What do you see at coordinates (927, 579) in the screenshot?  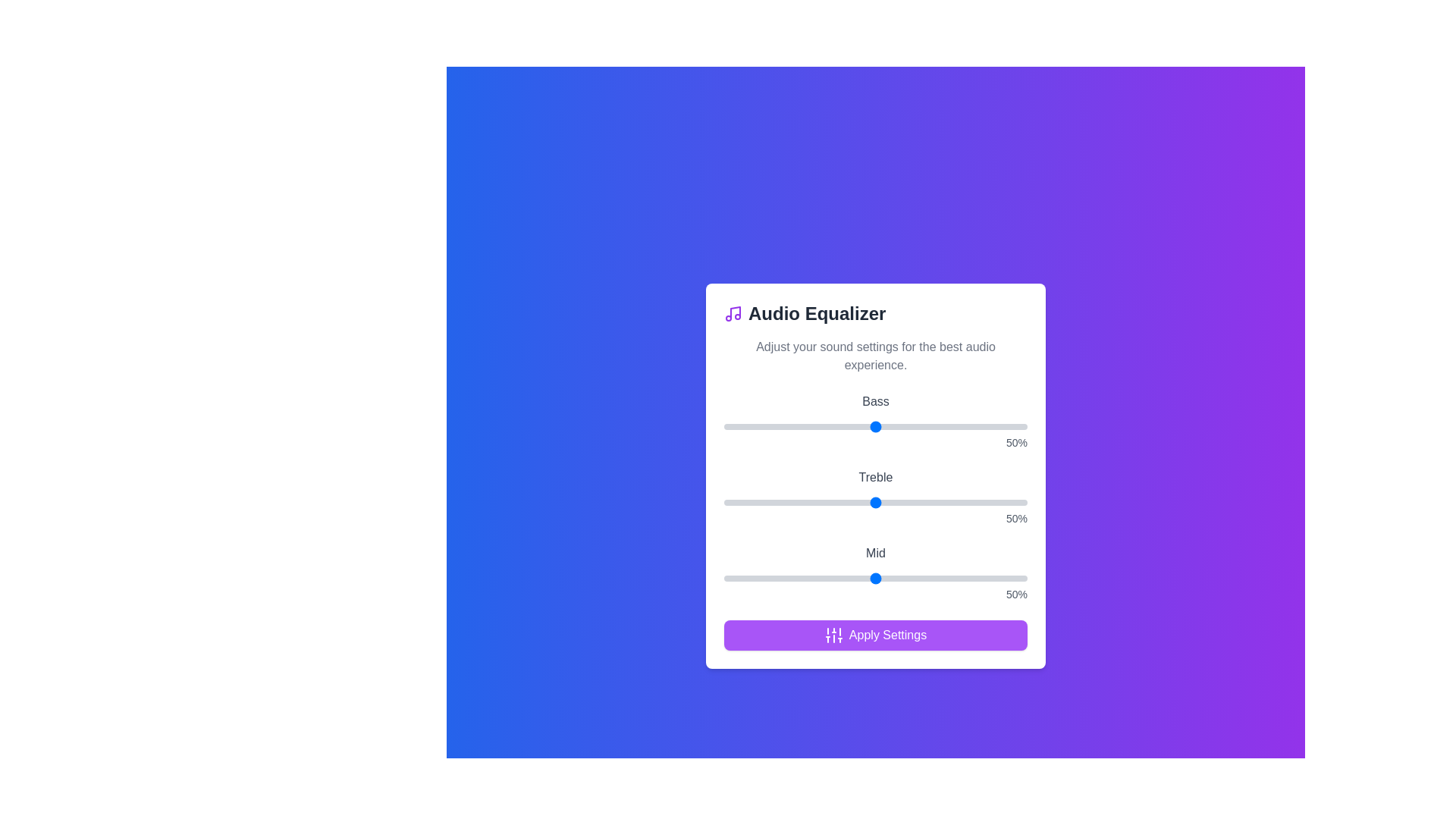 I see `the 'Mid' slider to 67%` at bounding box center [927, 579].